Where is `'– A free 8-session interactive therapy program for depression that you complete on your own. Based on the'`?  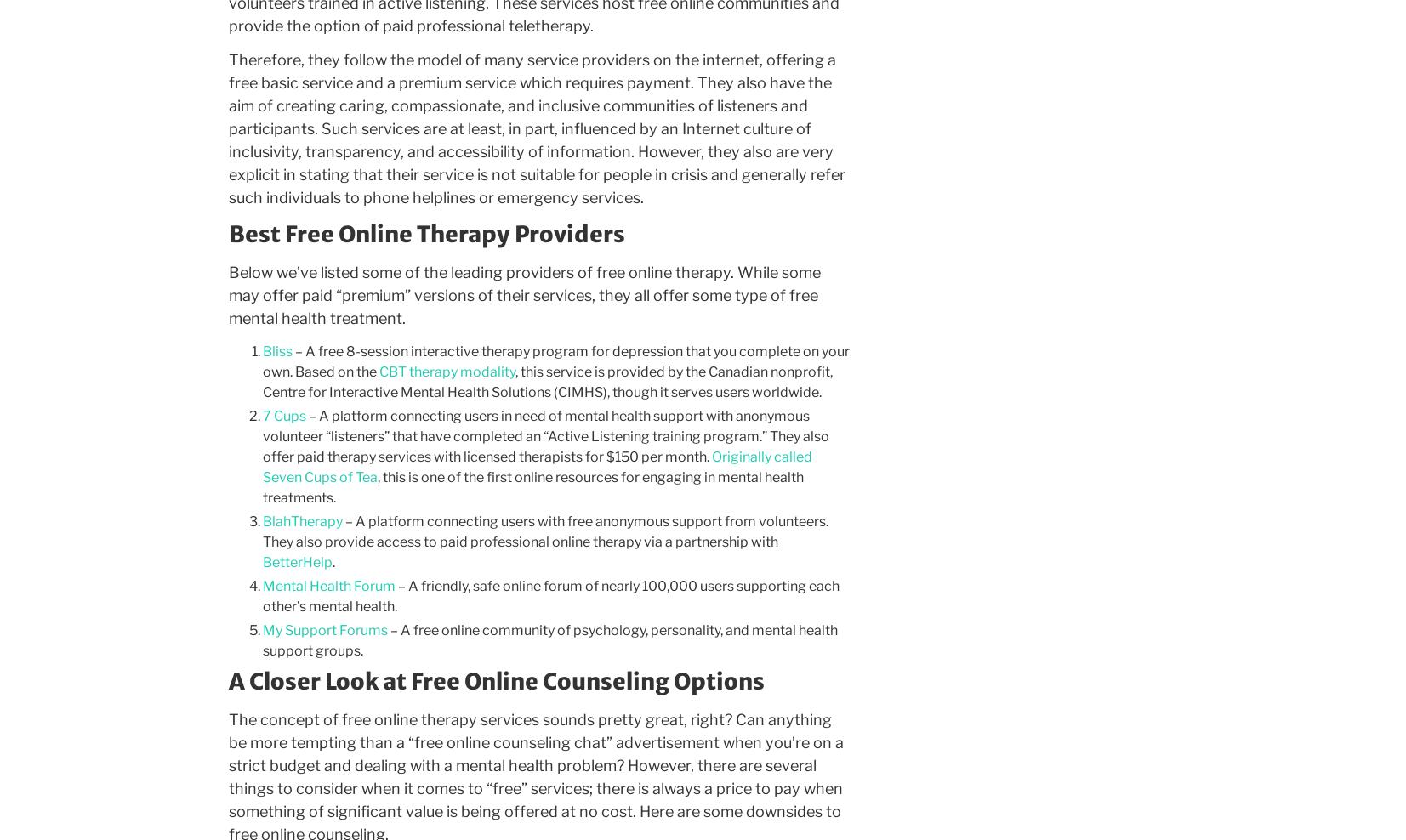 '– A free 8-session interactive therapy program for depression that you complete on your own. Based on the' is located at coordinates (554, 360).